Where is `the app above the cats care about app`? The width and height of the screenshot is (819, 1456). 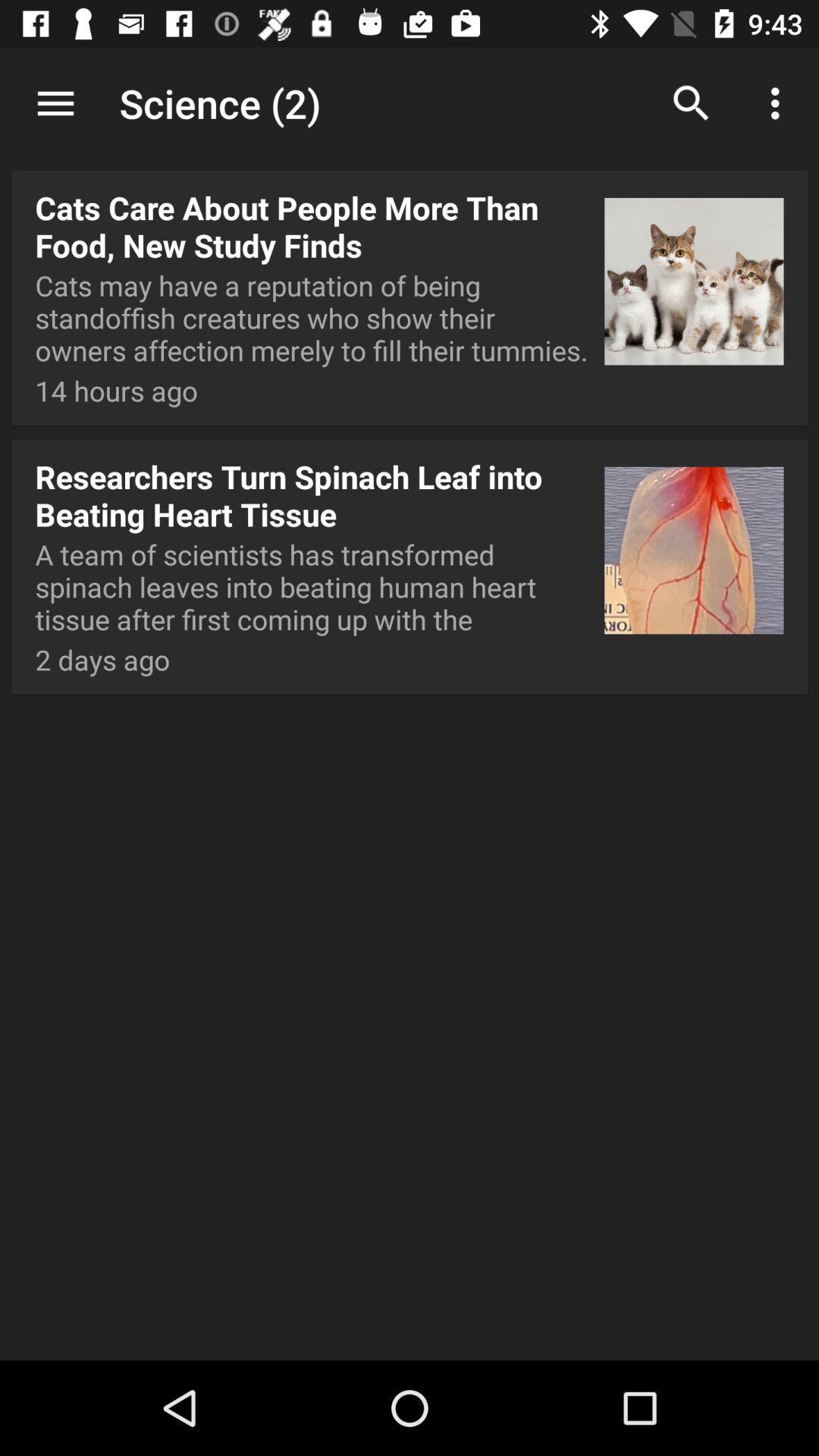
the app above the cats care about app is located at coordinates (409, 105).